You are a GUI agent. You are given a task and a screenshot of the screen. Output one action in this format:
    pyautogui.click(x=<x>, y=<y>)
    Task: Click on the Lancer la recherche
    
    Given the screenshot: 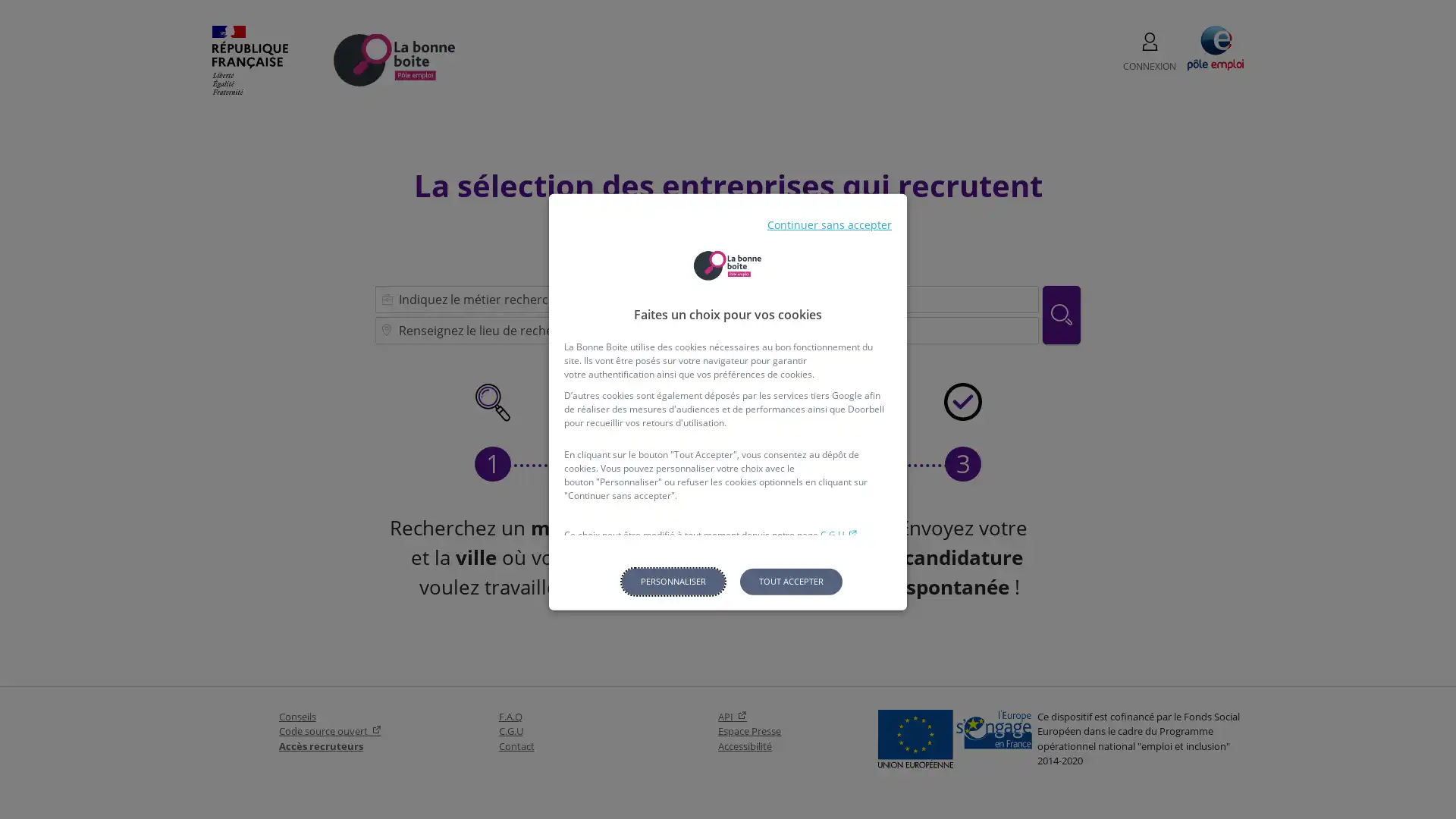 What is the action you would take?
    pyautogui.click(x=1061, y=313)
    